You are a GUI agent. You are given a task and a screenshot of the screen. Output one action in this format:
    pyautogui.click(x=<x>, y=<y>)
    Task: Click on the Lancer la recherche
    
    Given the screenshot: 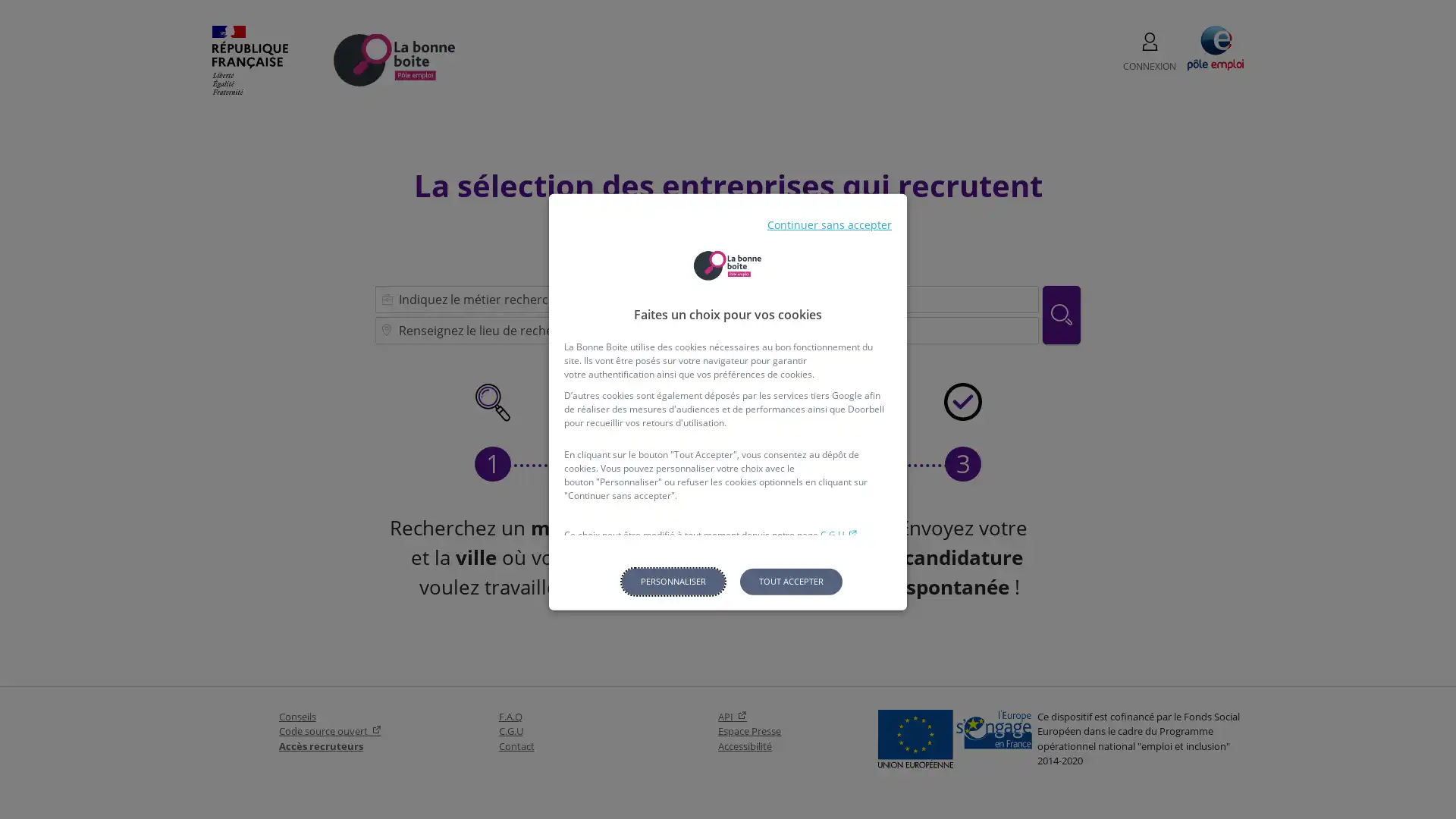 What is the action you would take?
    pyautogui.click(x=1061, y=313)
    